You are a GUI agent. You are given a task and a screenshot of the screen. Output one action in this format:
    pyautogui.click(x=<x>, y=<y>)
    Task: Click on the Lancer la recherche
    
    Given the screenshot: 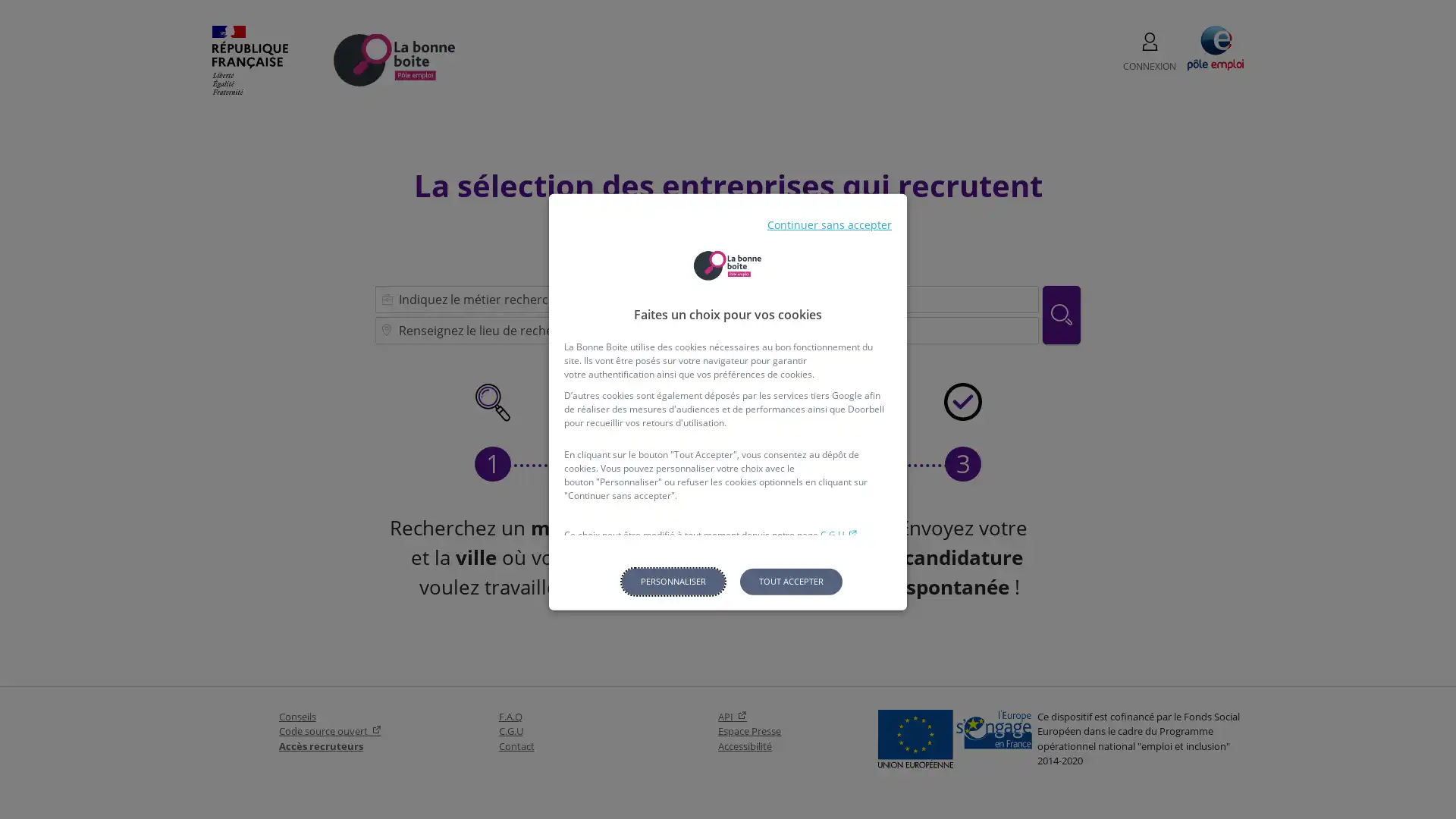 What is the action you would take?
    pyautogui.click(x=1061, y=313)
    